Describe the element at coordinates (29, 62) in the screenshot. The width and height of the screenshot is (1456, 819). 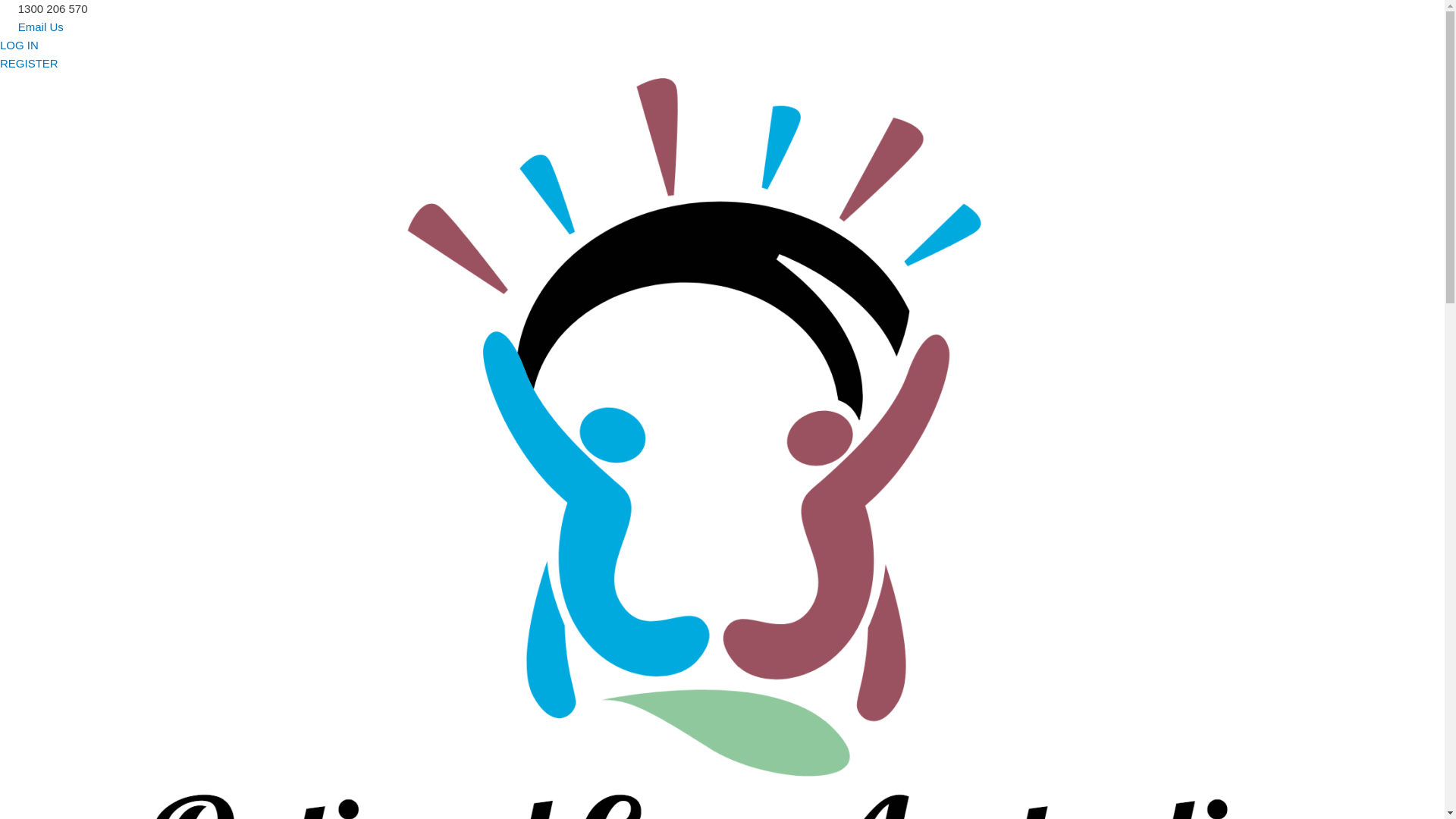
I see `'REGISTER'` at that location.